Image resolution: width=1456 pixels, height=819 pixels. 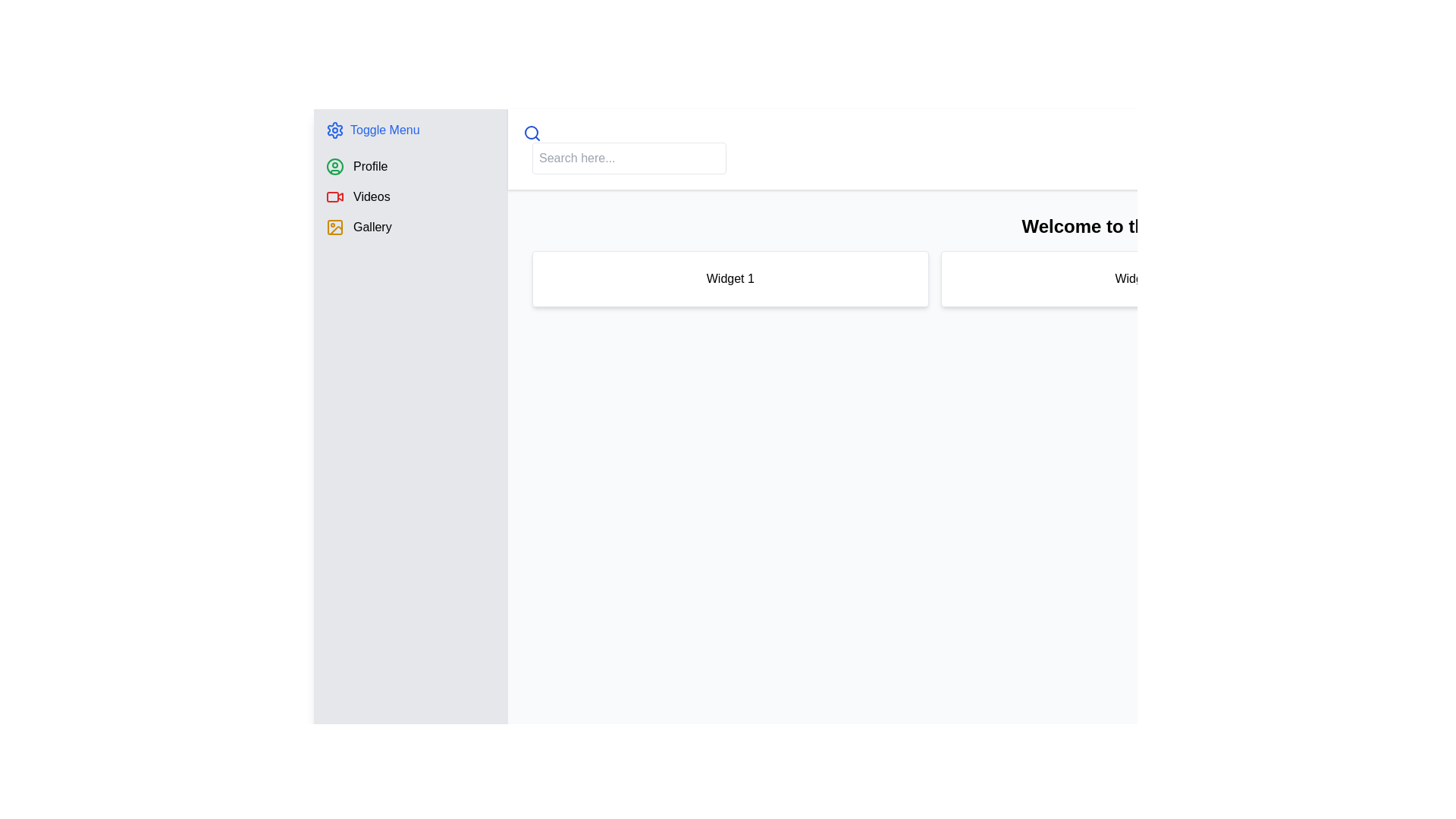 I want to click on the 'Profile' section text label, so click(x=370, y=166).